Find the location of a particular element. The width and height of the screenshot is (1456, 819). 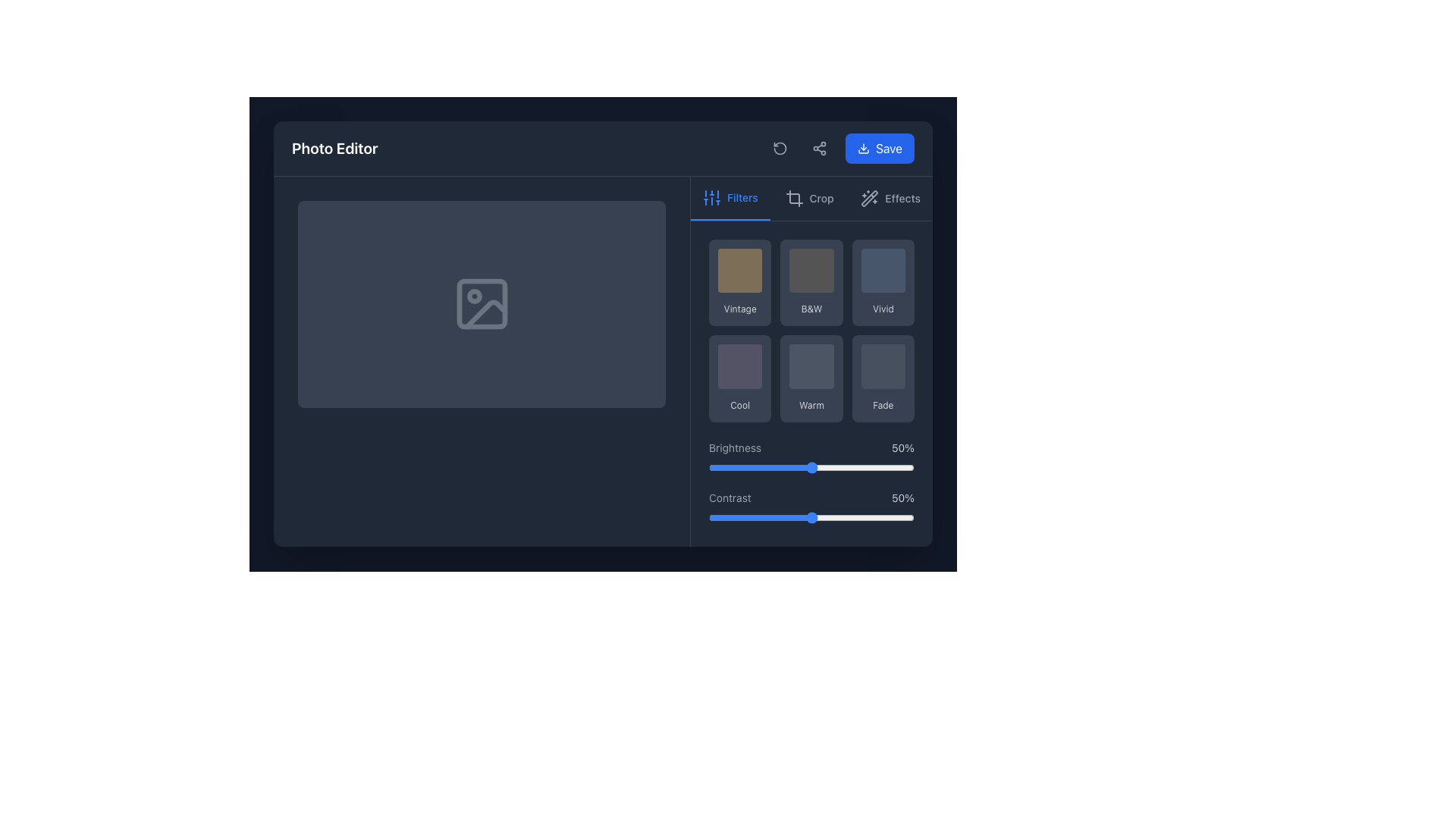

the slider is located at coordinates (893, 466).